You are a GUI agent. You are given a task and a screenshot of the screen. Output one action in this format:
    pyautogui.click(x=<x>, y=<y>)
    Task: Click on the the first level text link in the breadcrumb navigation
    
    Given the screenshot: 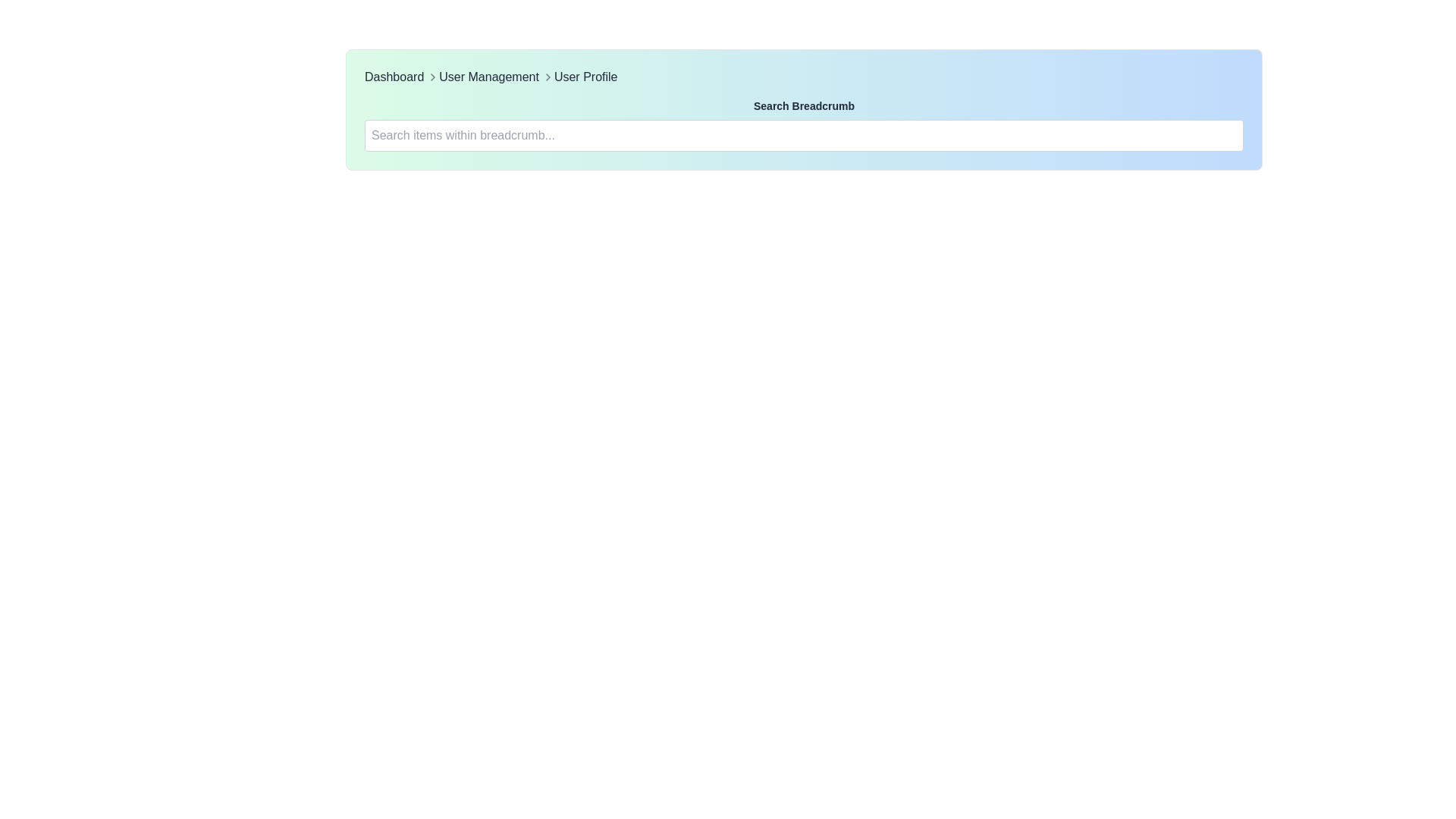 What is the action you would take?
    pyautogui.click(x=402, y=77)
    